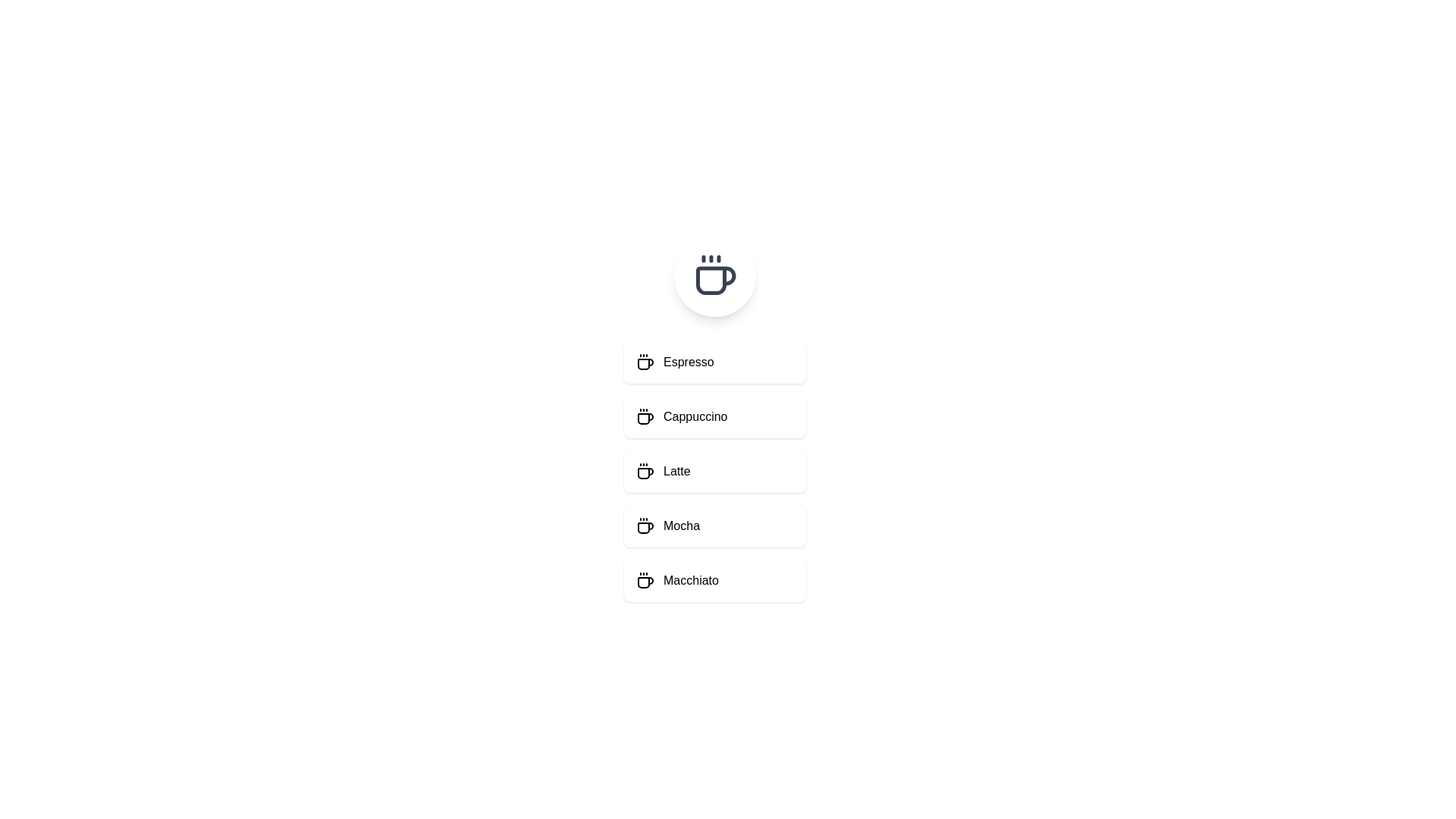 Image resolution: width=1456 pixels, height=819 pixels. I want to click on the menu item Latte to observe its hover effect, so click(714, 470).